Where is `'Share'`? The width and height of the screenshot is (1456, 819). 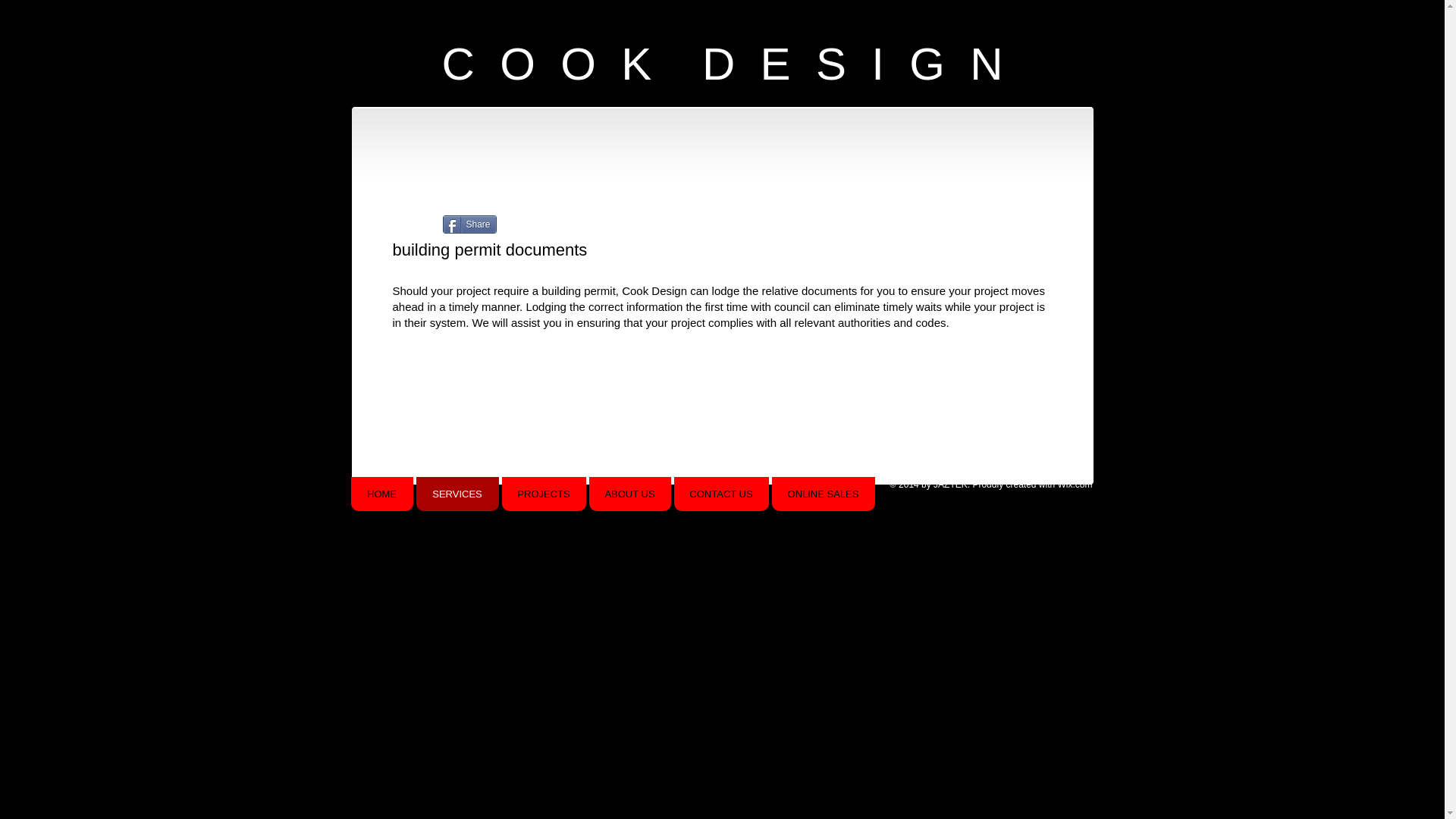 'Share' is located at coordinates (469, 224).